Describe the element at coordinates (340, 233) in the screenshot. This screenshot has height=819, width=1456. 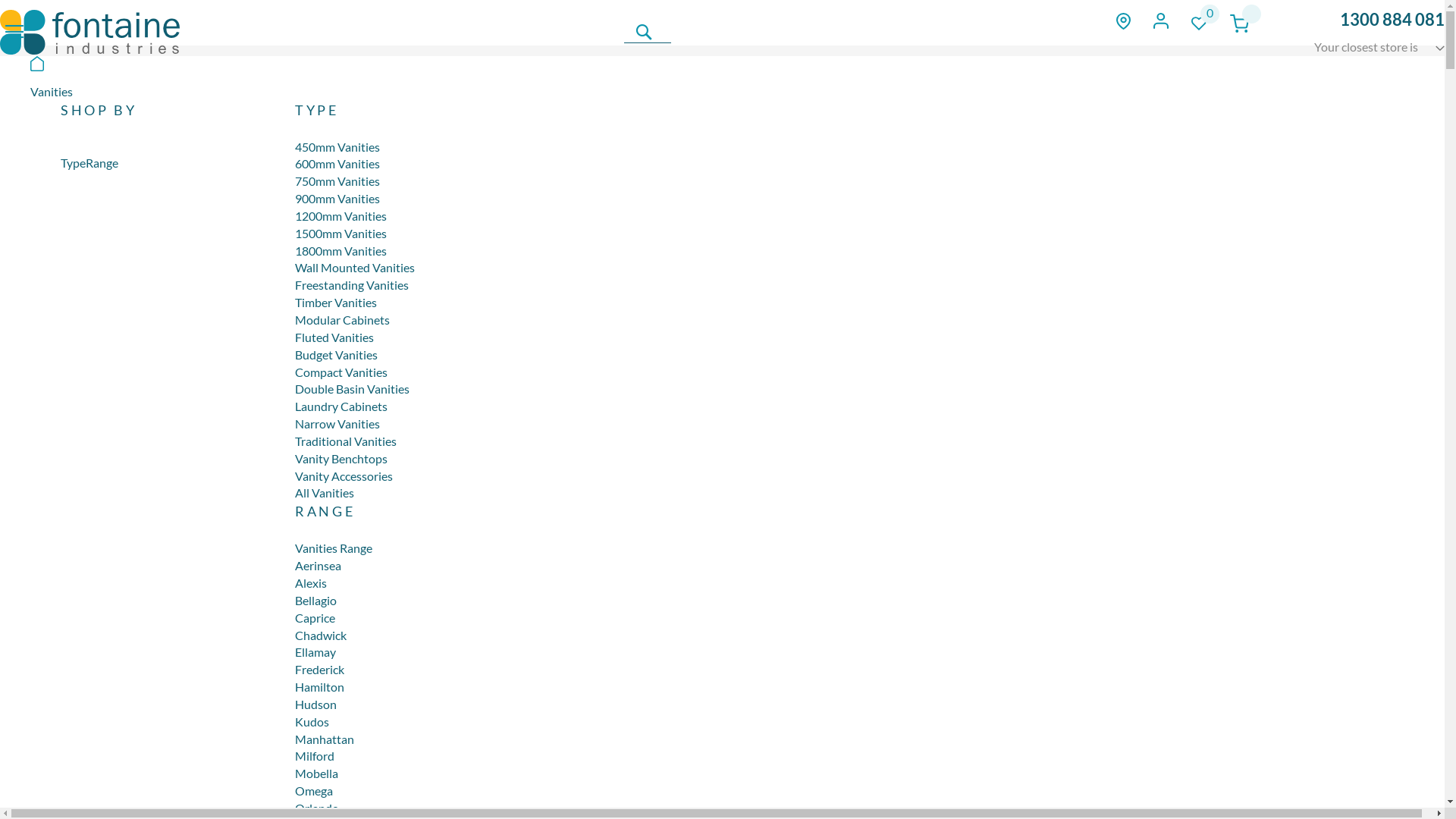
I see `'1500mm Vanities'` at that location.